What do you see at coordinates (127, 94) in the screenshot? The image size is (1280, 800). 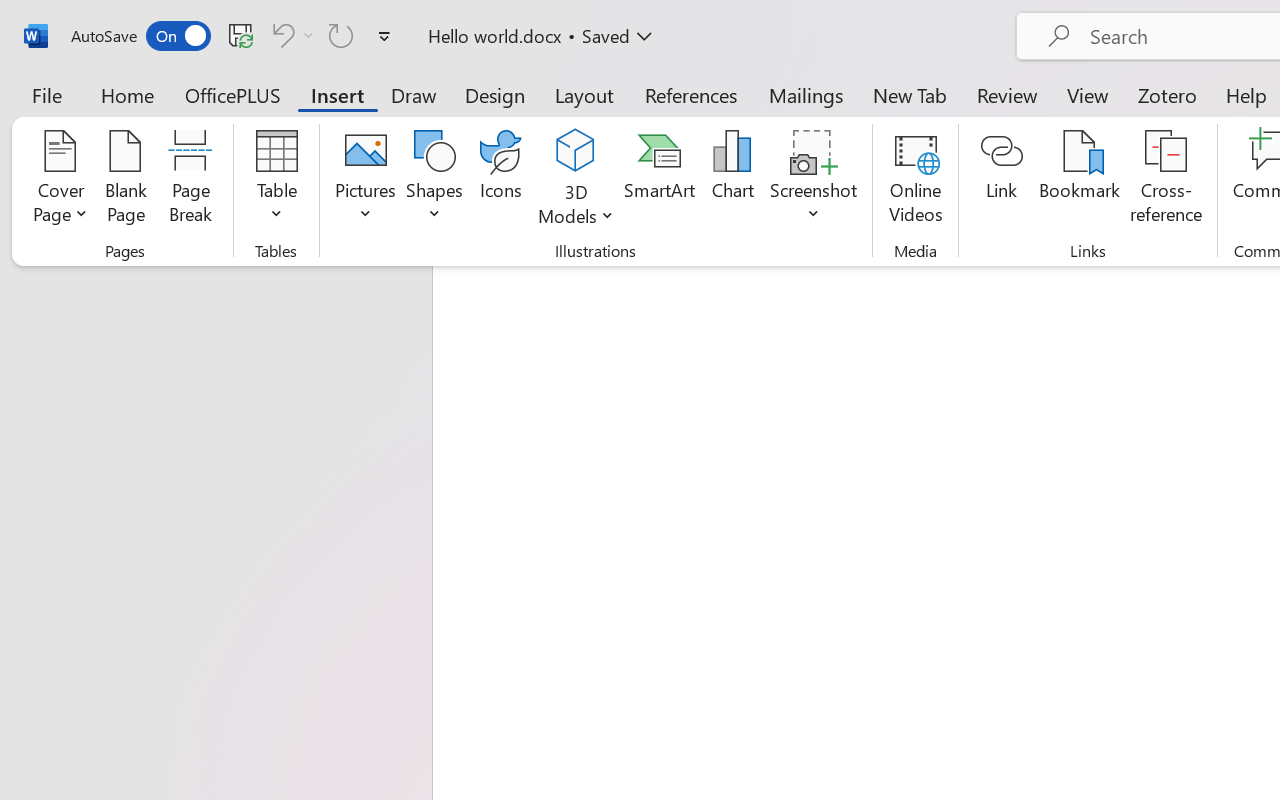 I see `'Home'` at bounding box center [127, 94].